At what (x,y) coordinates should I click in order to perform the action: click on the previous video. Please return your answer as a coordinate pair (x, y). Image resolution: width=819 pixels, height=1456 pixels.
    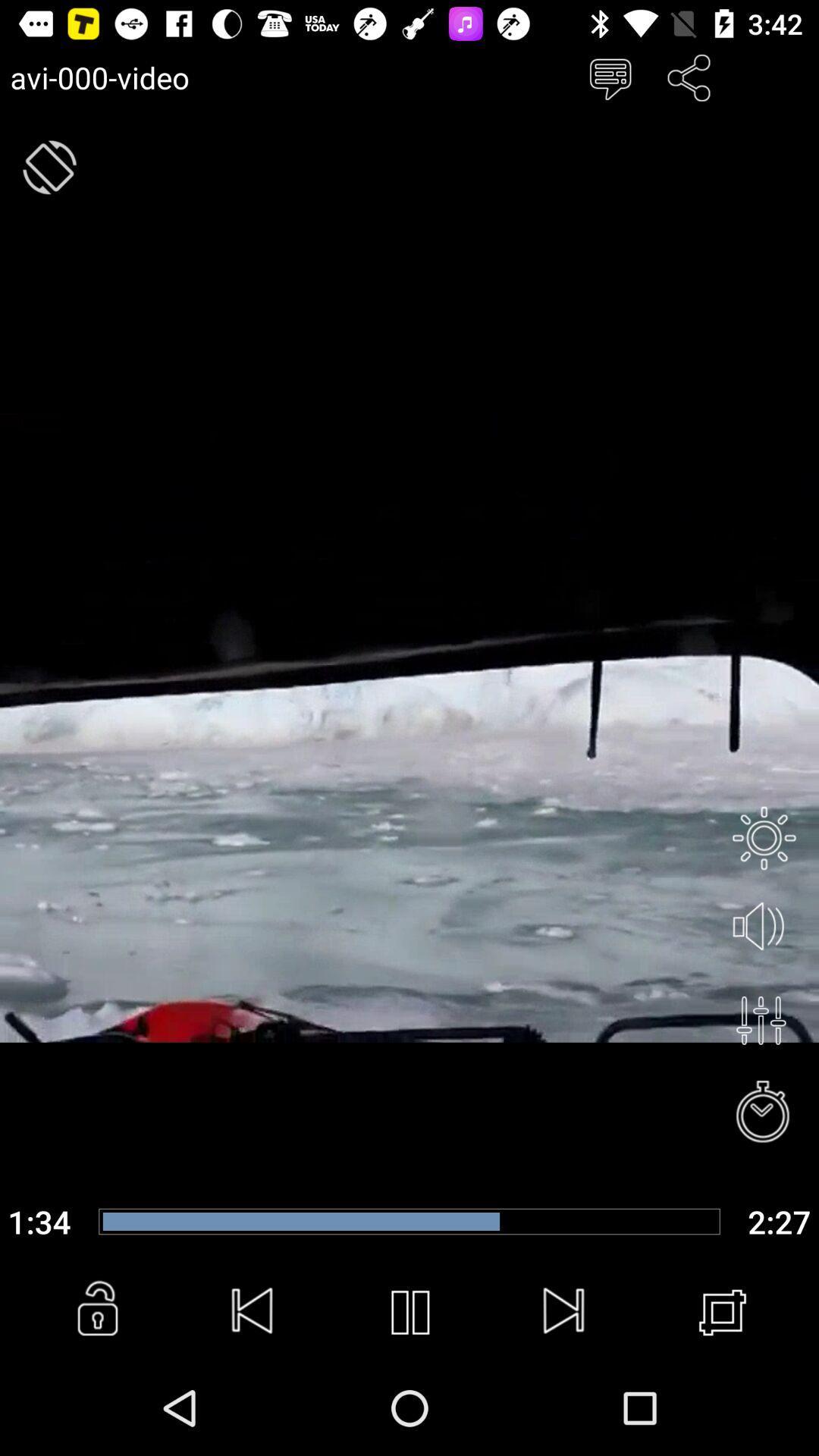
    Looking at the image, I should click on (253, 1312).